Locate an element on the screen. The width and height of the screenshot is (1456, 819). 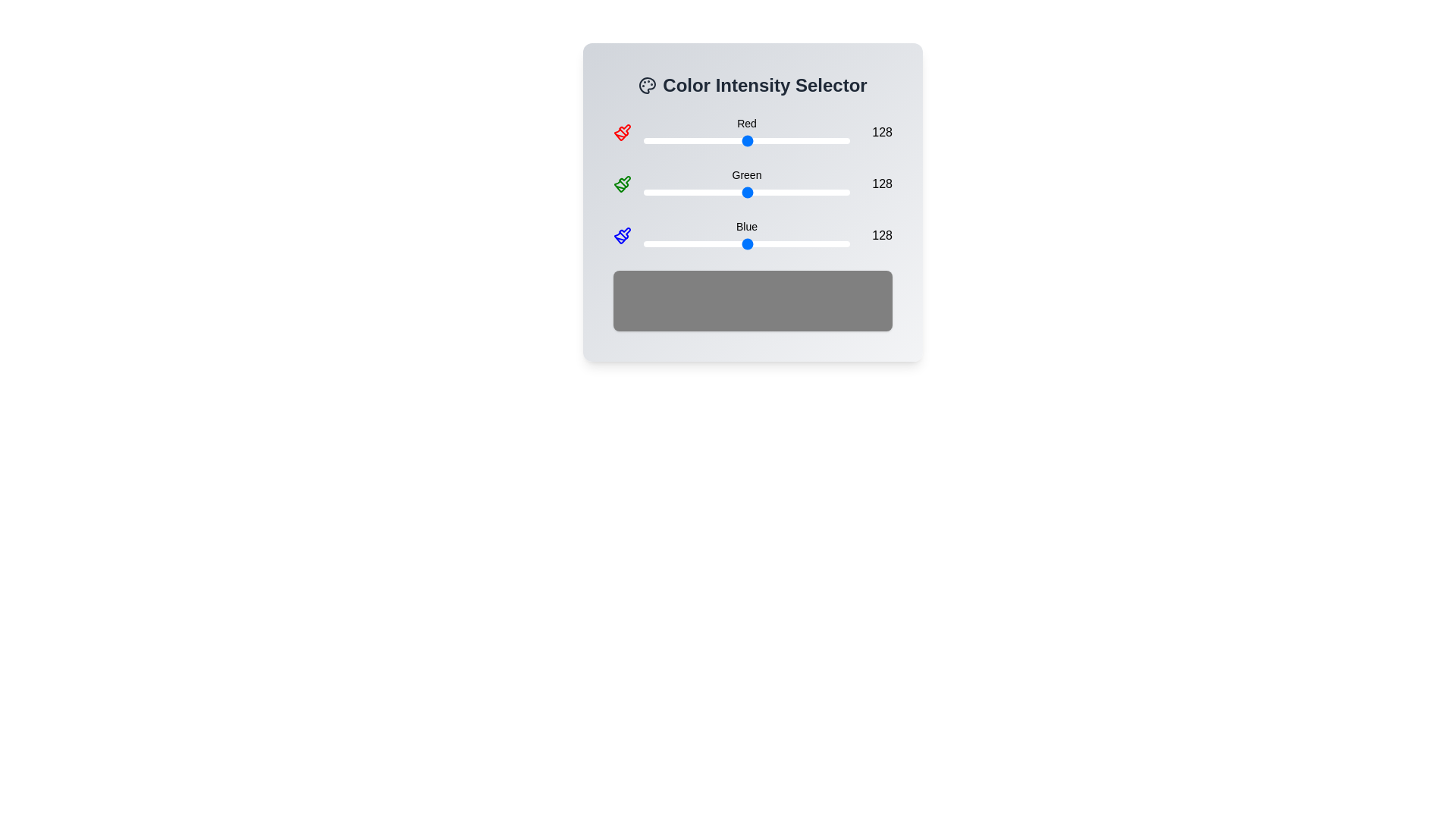
the red intensity is located at coordinates (655, 140).